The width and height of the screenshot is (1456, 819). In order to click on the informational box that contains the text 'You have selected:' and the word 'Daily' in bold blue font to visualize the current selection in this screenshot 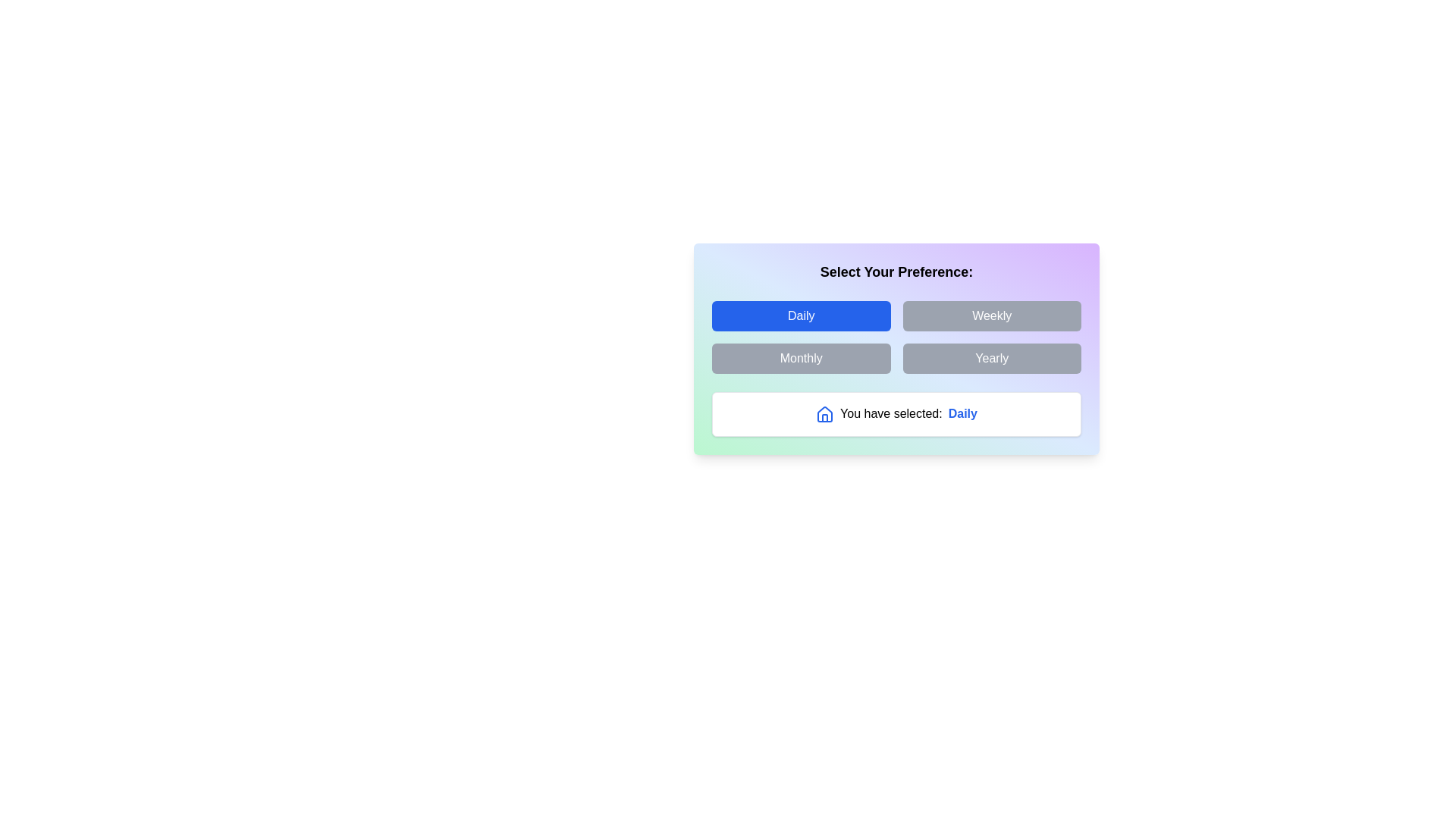, I will do `click(896, 414)`.